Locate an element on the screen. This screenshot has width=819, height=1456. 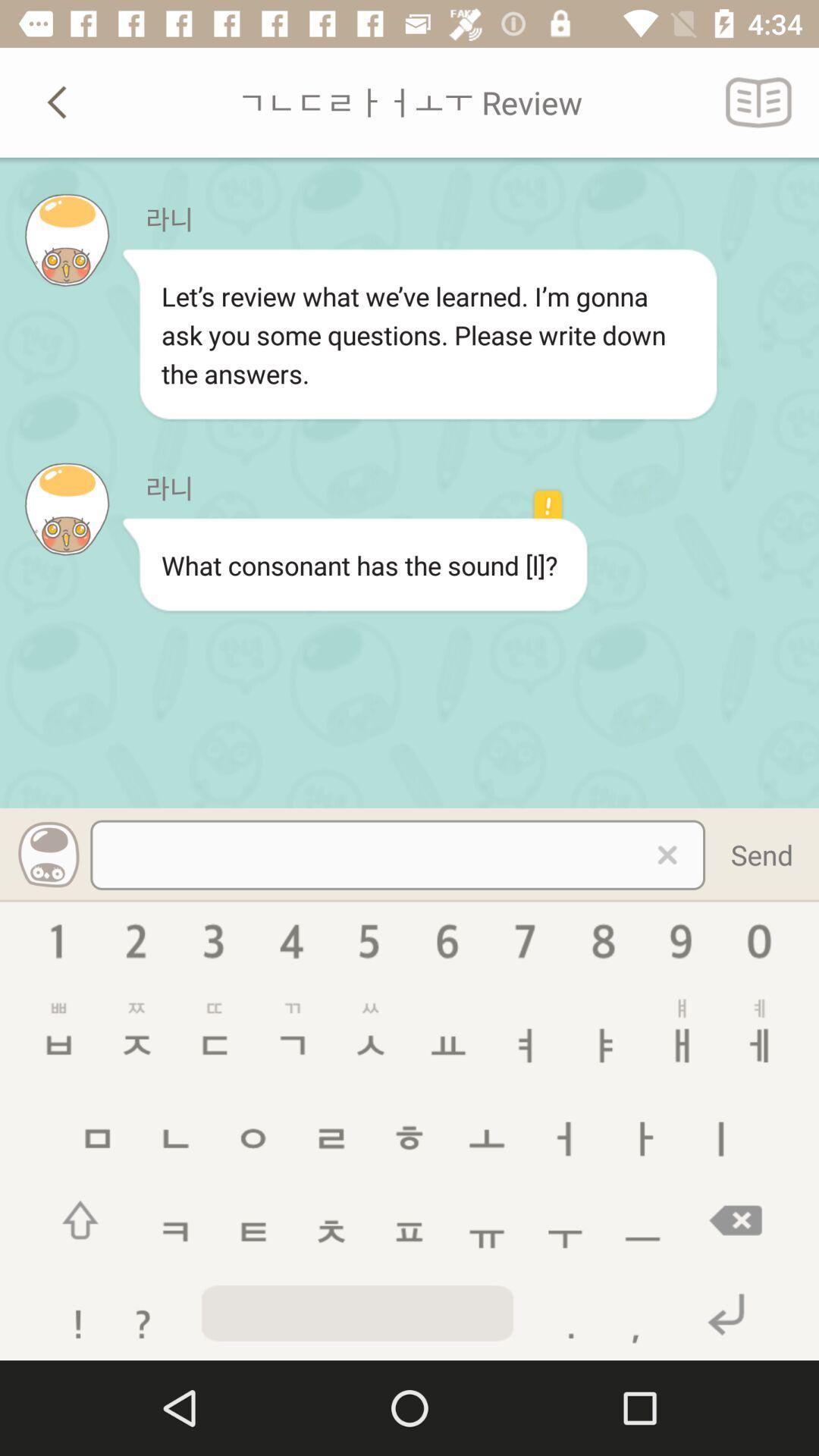
the undo icon is located at coordinates (723, 1313).